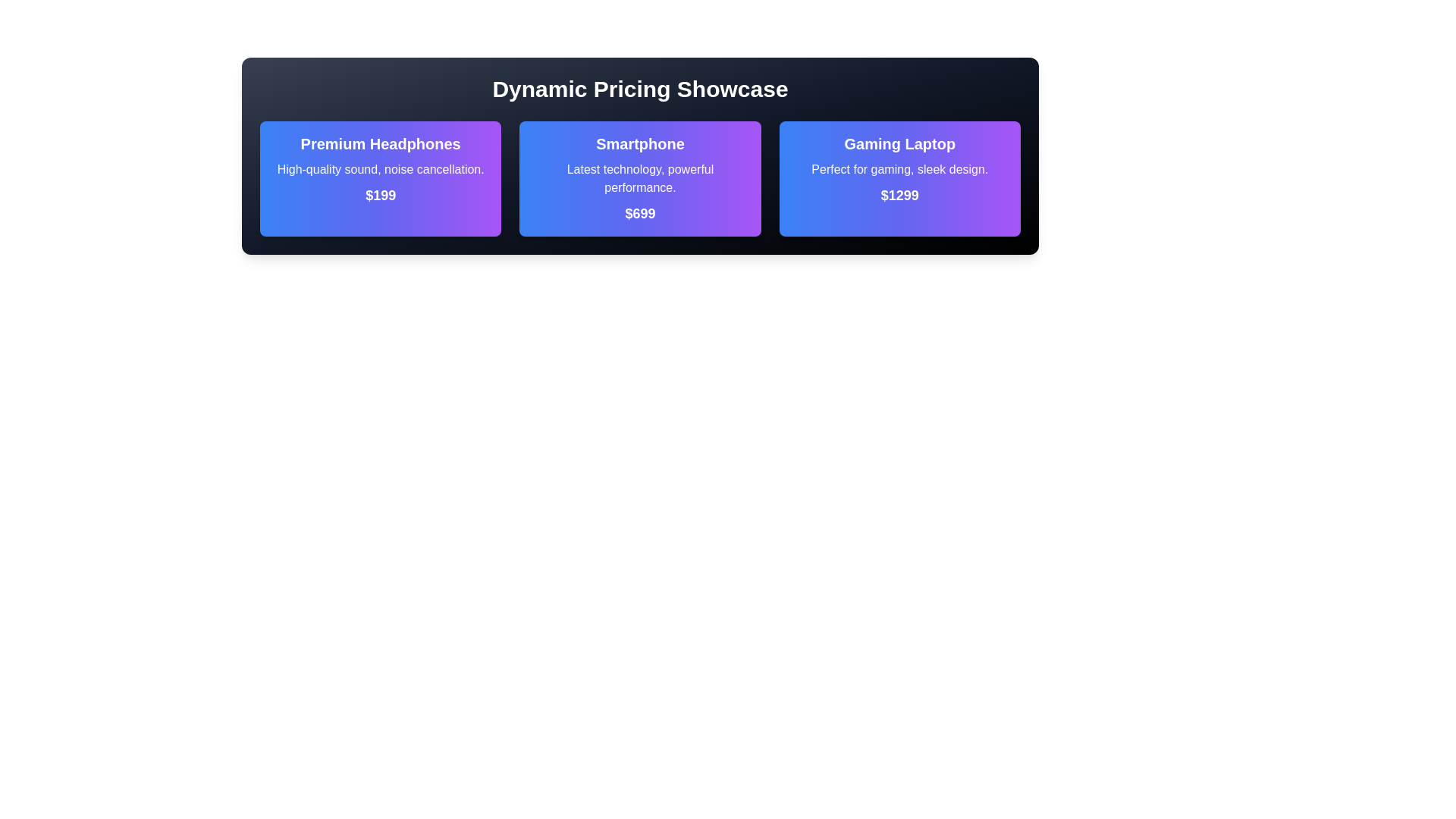  Describe the element at coordinates (899, 143) in the screenshot. I see `the 'Gaming Laptop' text label, which is the title of the product located at the top of the far-right card in a row of three cards` at that location.